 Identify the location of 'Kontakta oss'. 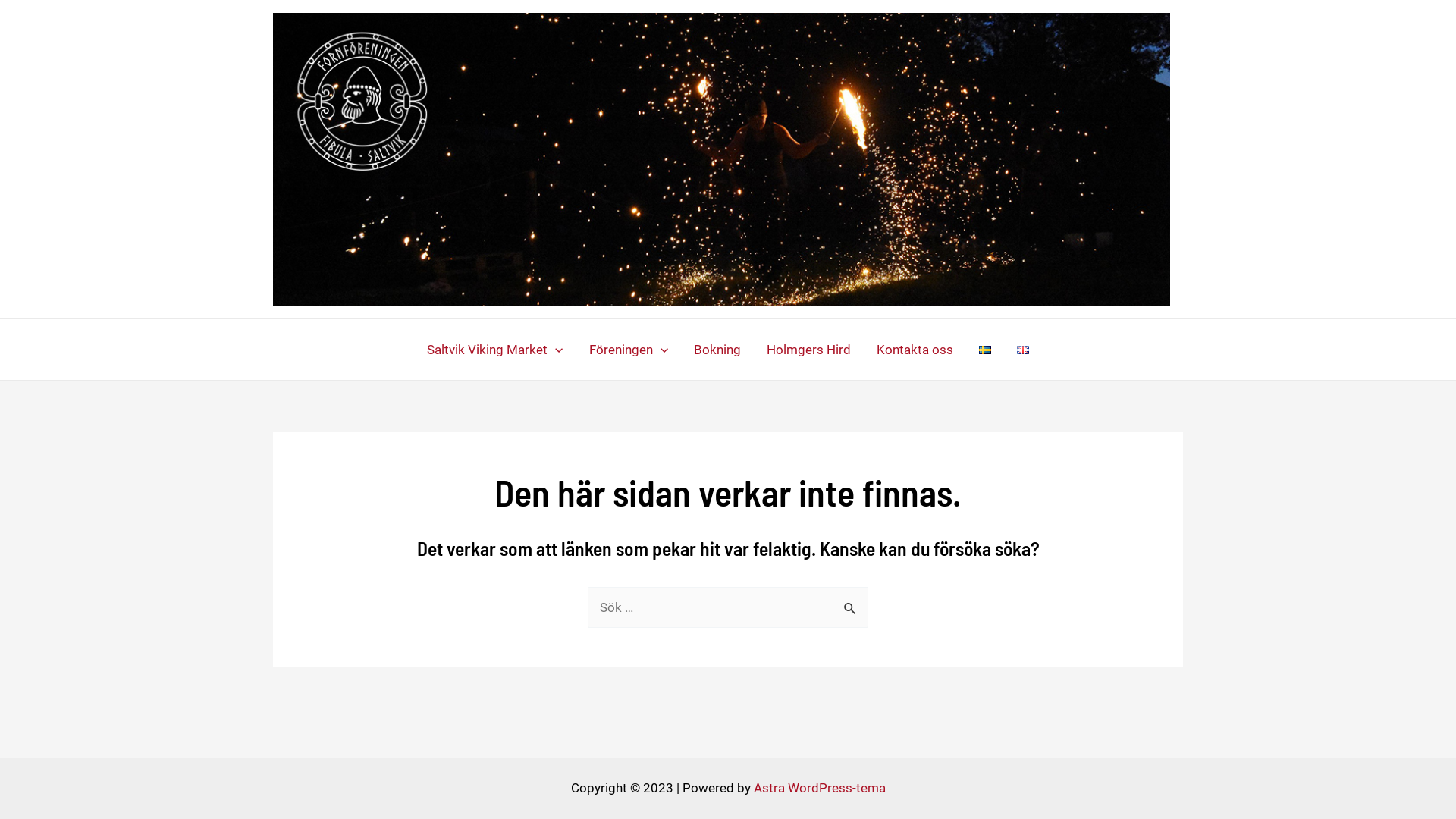
(914, 350).